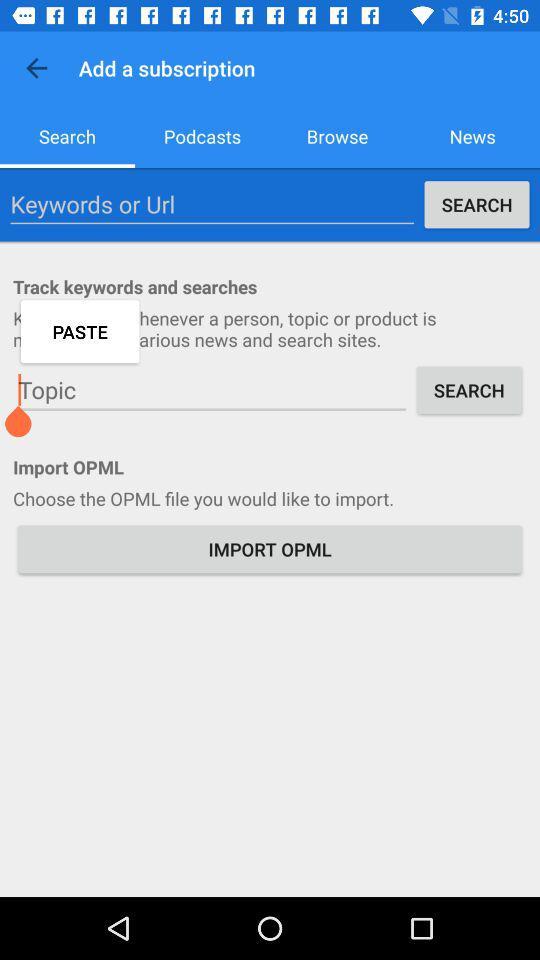 Image resolution: width=540 pixels, height=960 pixels. Describe the element at coordinates (202, 135) in the screenshot. I see `podcasts icon` at that location.